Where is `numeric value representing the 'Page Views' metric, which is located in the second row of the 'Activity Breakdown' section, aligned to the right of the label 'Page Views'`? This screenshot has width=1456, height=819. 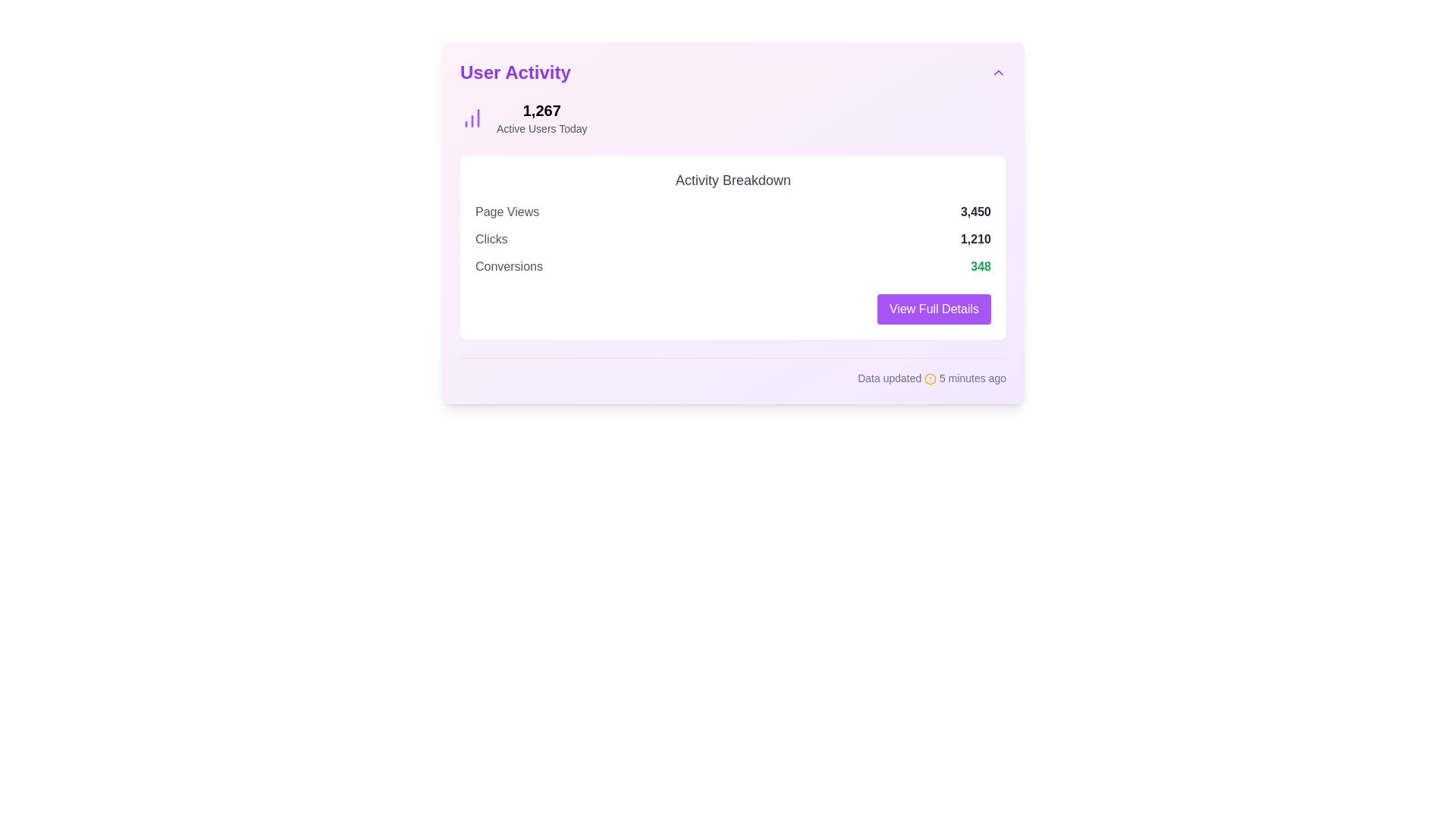 numeric value representing the 'Page Views' metric, which is located in the second row of the 'Activity Breakdown' section, aligned to the right of the label 'Page Views' is located at coordinates (975, 212).